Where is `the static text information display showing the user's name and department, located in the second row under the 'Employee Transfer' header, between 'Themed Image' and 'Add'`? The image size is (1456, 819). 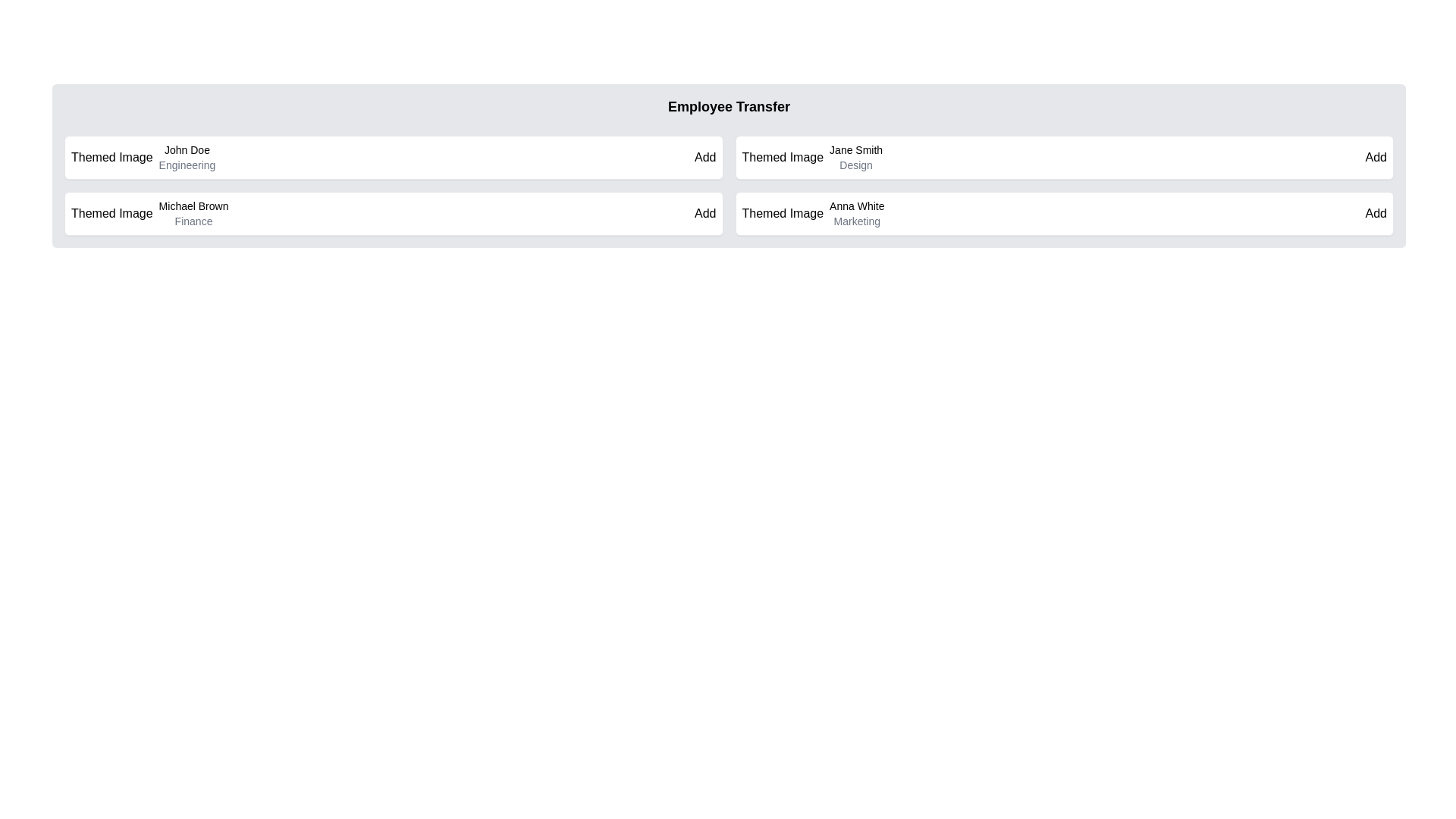
the static text information display showing the user's name and department, located in the second row under the 'Employee Transfer' header, between 'Themed Image' and 'Add' is located at coordinates (856, 158).